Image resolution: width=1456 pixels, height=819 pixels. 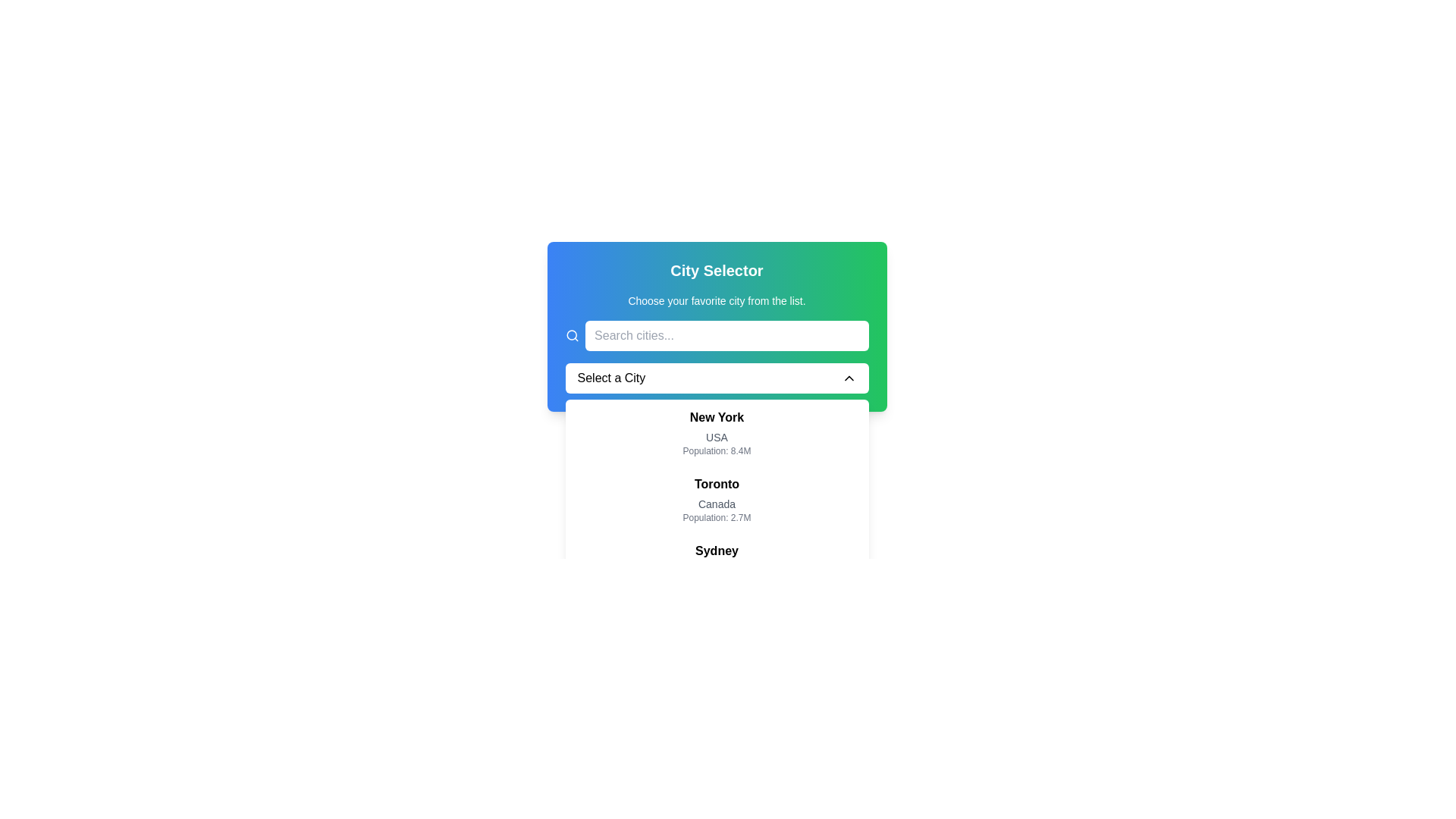 What do you see at coordinates (716, 418) in the screenshot?
I see `the bold text label reading 'New York' located at the top of the city information block, above the text 'USA' and 'Population: 8.4M'` at bounding box center [716, 418].